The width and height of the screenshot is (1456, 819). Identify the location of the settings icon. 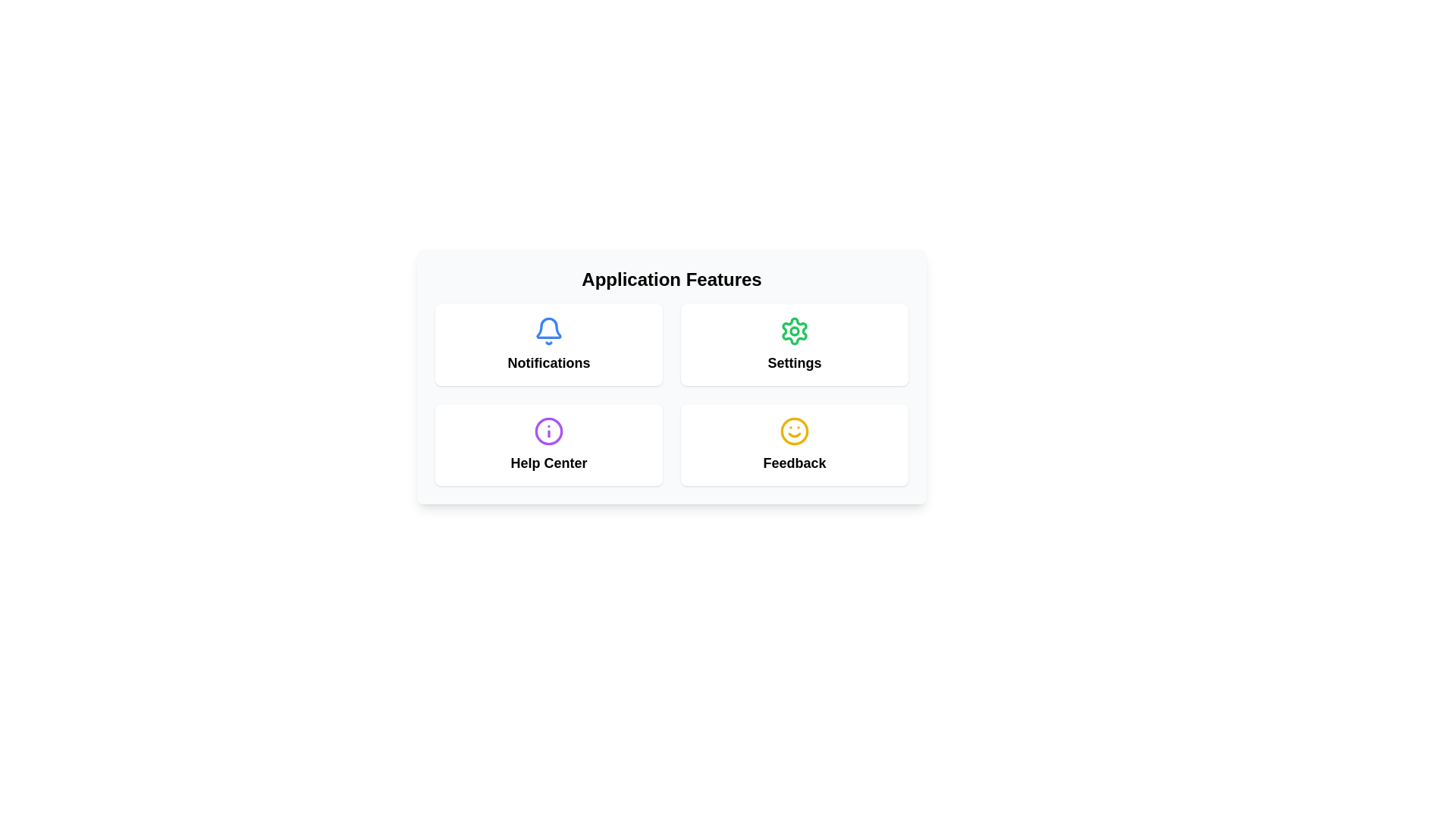
(793, 330).